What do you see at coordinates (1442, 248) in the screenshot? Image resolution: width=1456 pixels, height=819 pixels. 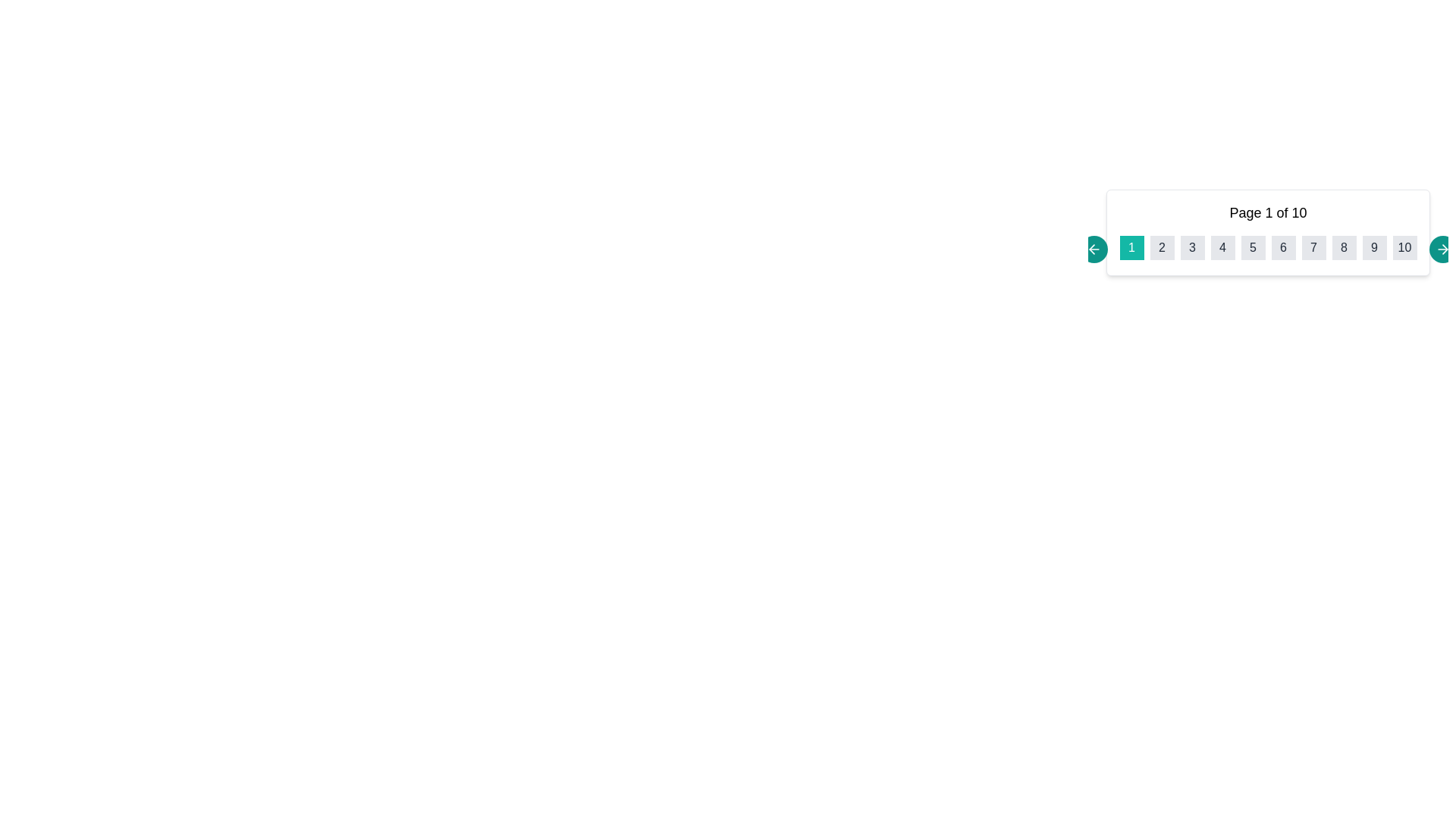 I see `the 'Next page' button, which is a circular button located at the rightmost end of the pagination control` at bounding box center [1442, 248].